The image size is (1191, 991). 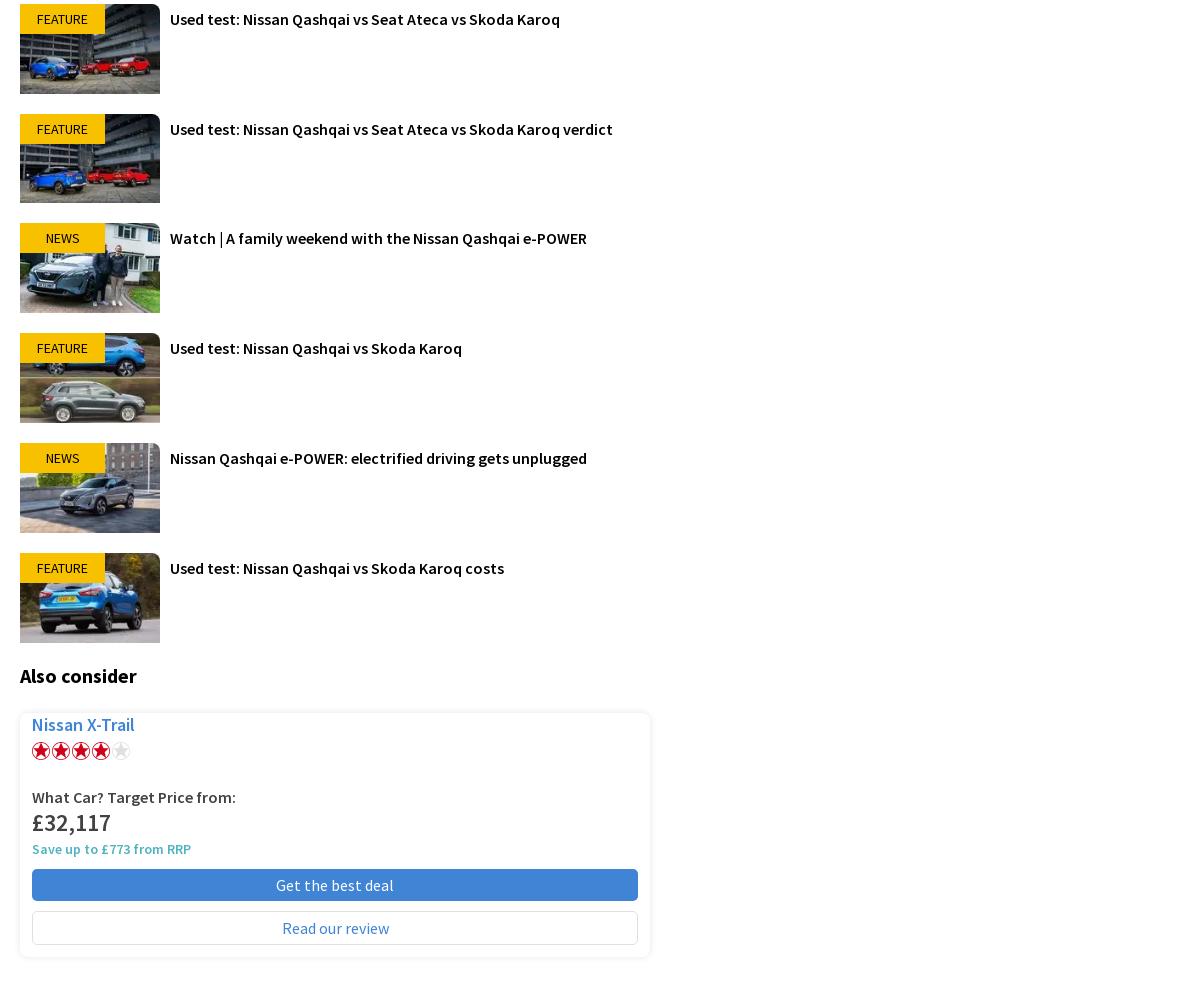 I want to click on '£32,117', so click(x=70, y=821).